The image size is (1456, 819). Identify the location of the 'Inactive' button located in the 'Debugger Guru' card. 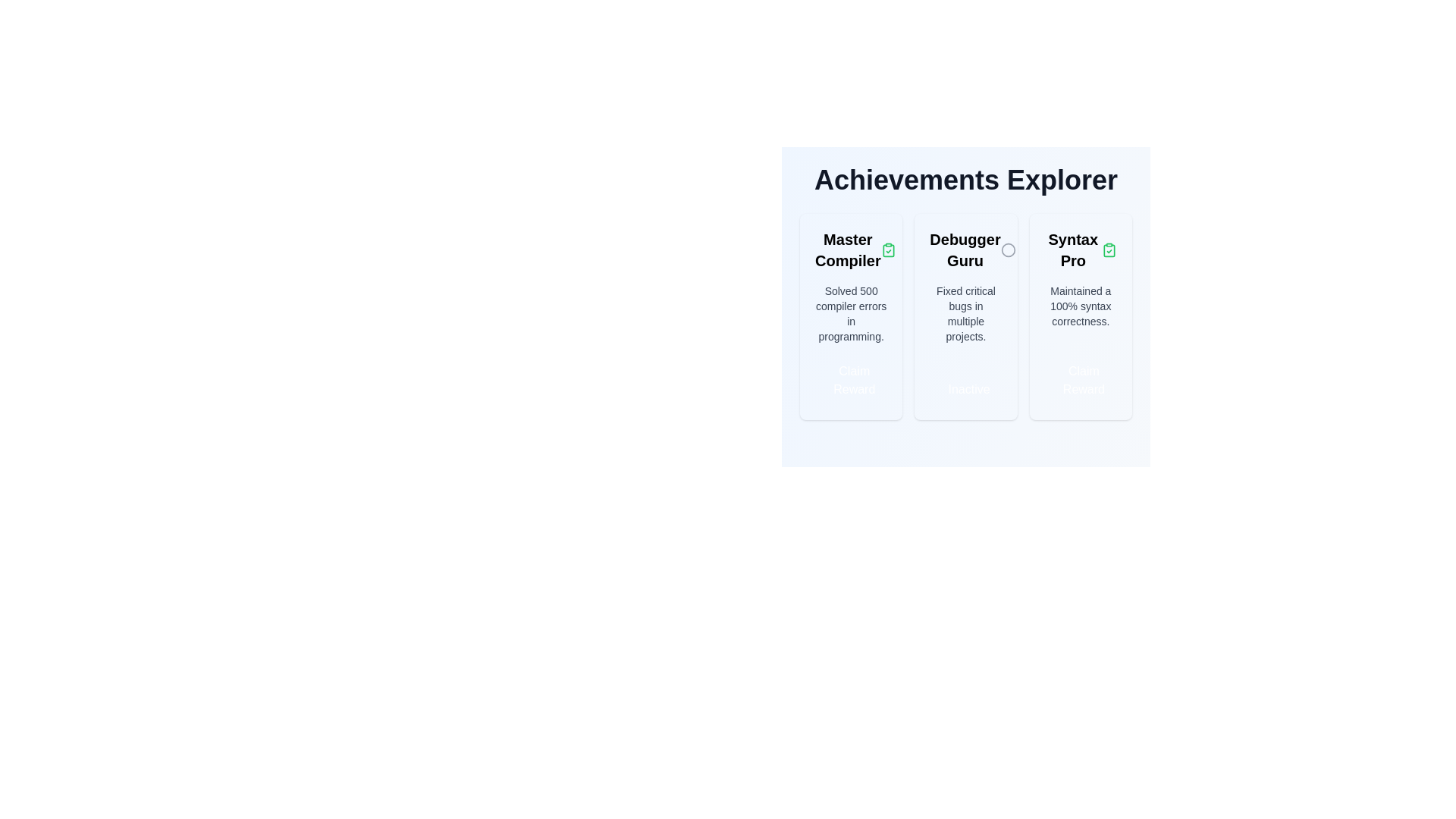
(965, 388).